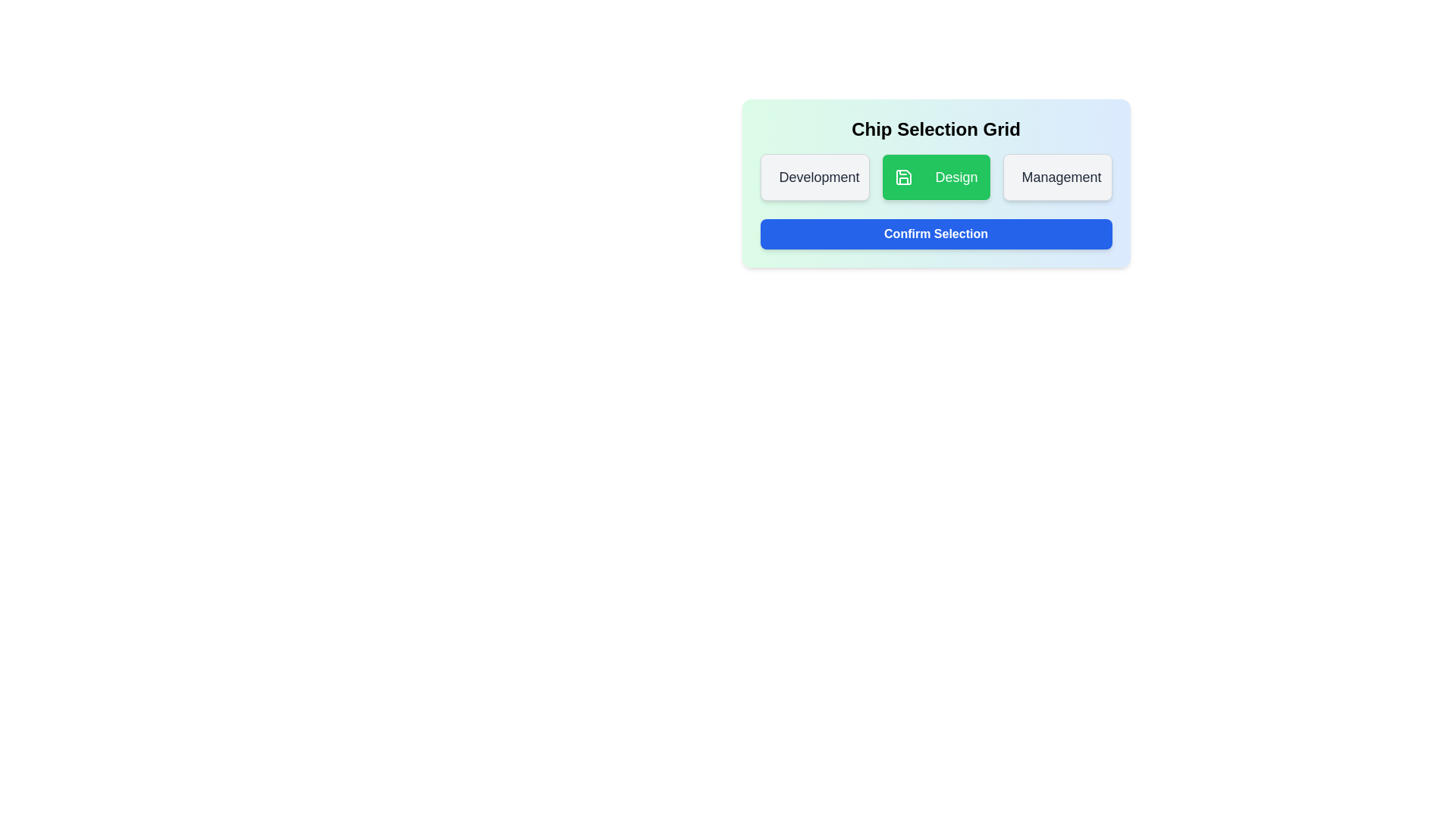 This screenshot has height=819, width=1456. What do you see at coordinates (935, 177) in the screenshot?
I see `the chip labeled Design` at bounding box center [935, 177].